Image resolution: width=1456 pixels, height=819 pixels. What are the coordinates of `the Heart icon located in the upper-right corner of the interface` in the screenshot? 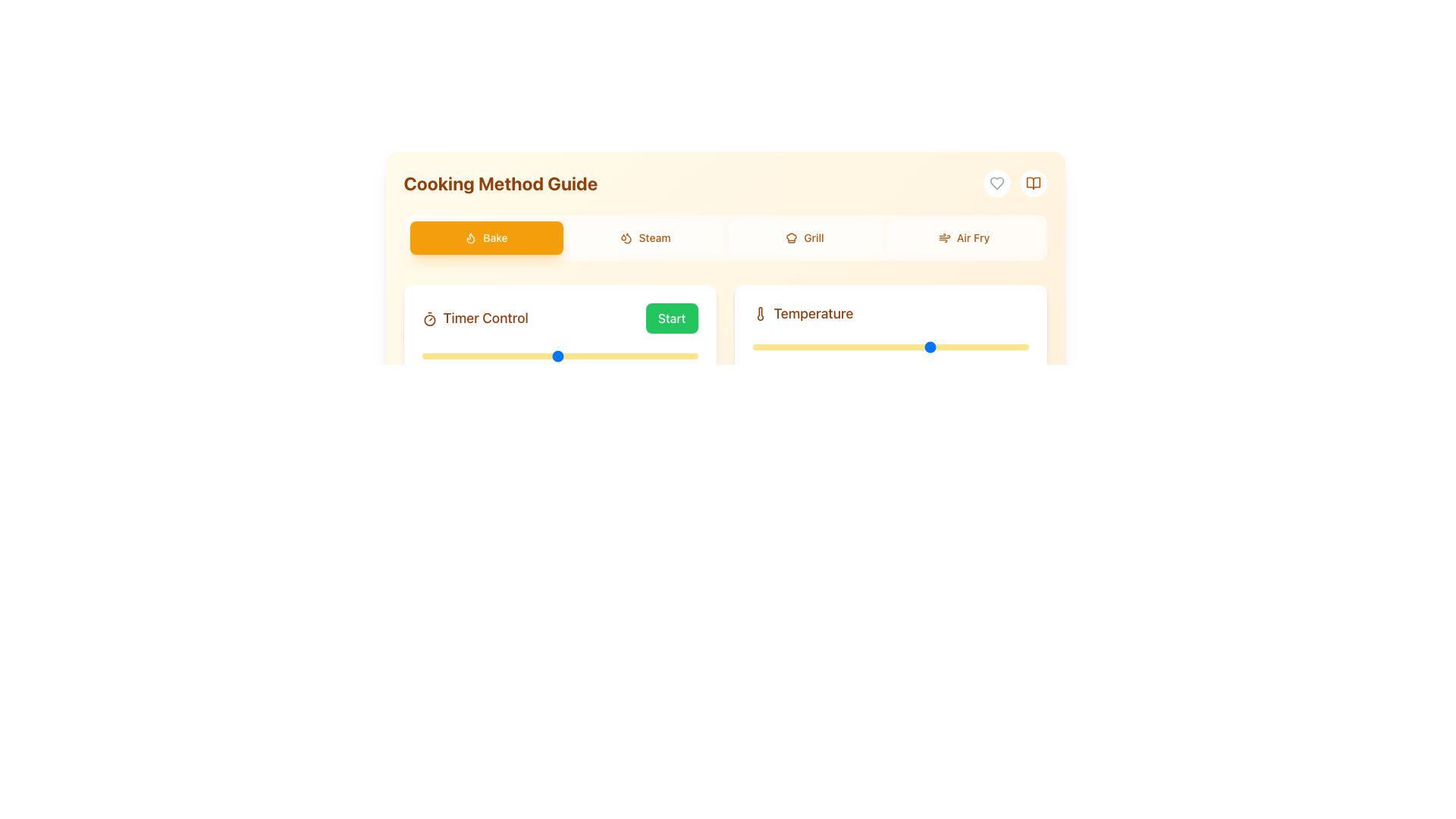 It's located at (996, 183).